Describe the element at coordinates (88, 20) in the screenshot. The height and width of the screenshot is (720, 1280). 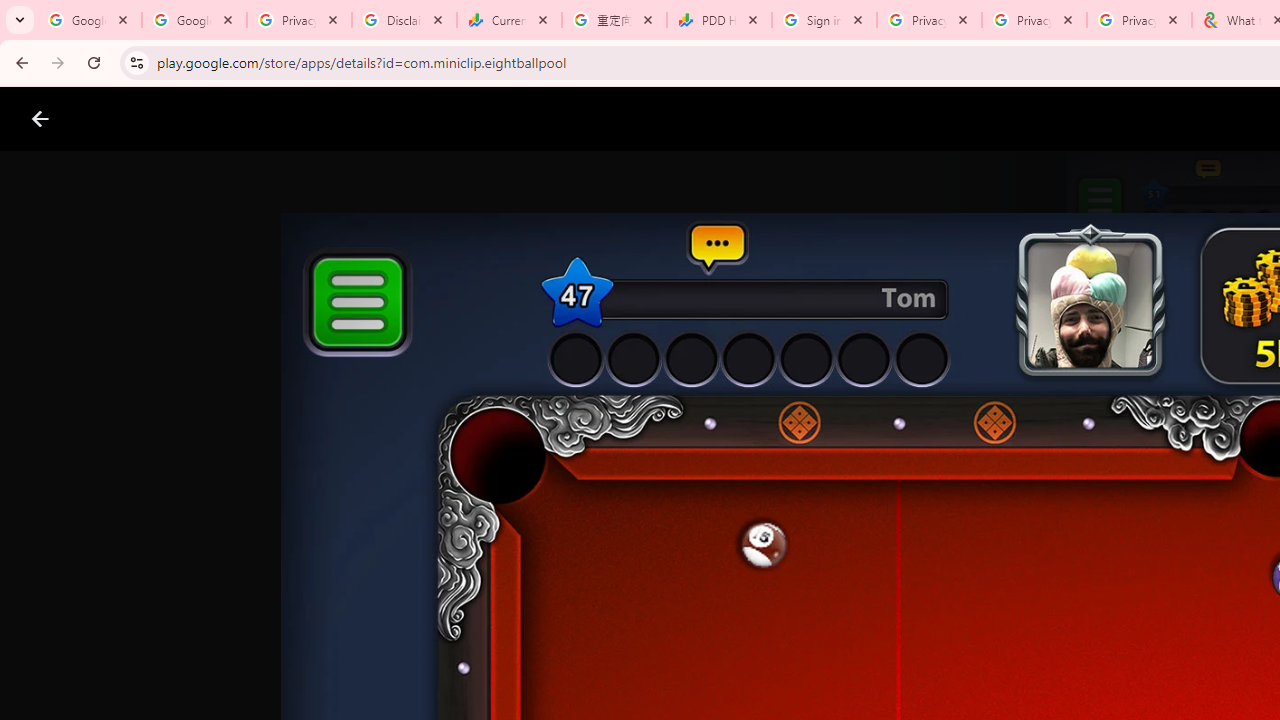
I see `'Google Workspace Admin Community'` at that location.